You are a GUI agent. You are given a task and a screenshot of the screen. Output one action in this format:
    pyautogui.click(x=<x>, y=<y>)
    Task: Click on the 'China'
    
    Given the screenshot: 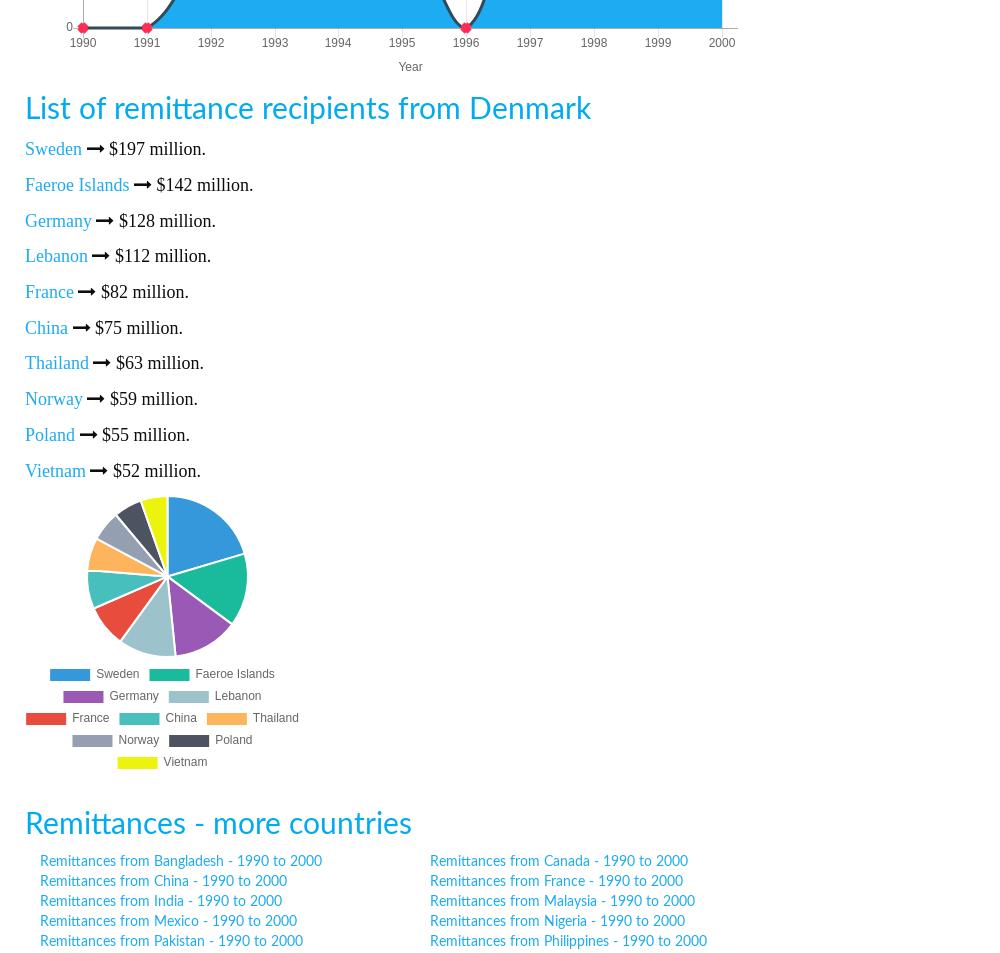 What is the action you would take?
    pyautogui.click(x=46, y=325)
    